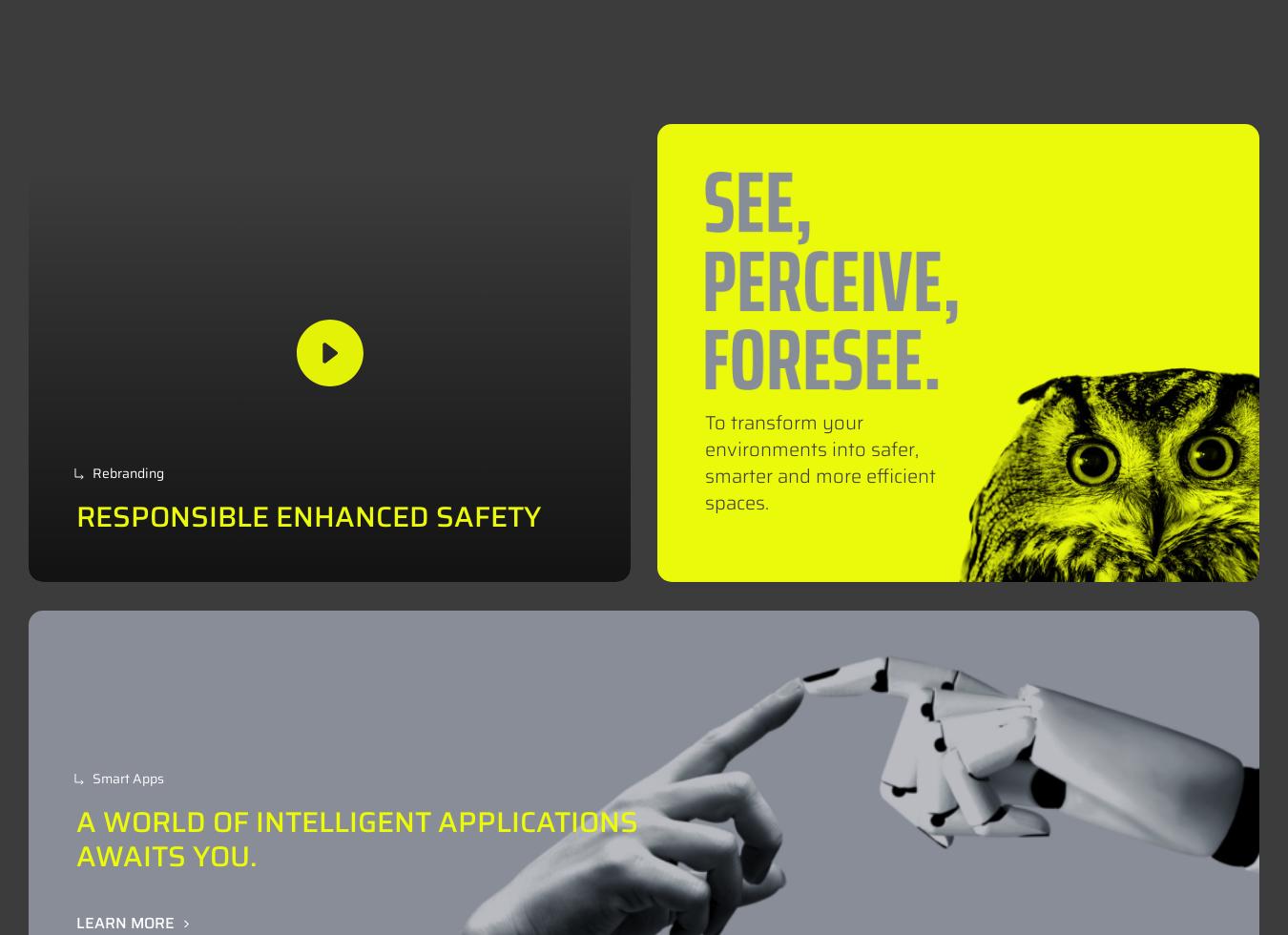 Image resolution: width=1288 pixels, height=935 pixels. I want to click on 'Network', so click(782, 47).